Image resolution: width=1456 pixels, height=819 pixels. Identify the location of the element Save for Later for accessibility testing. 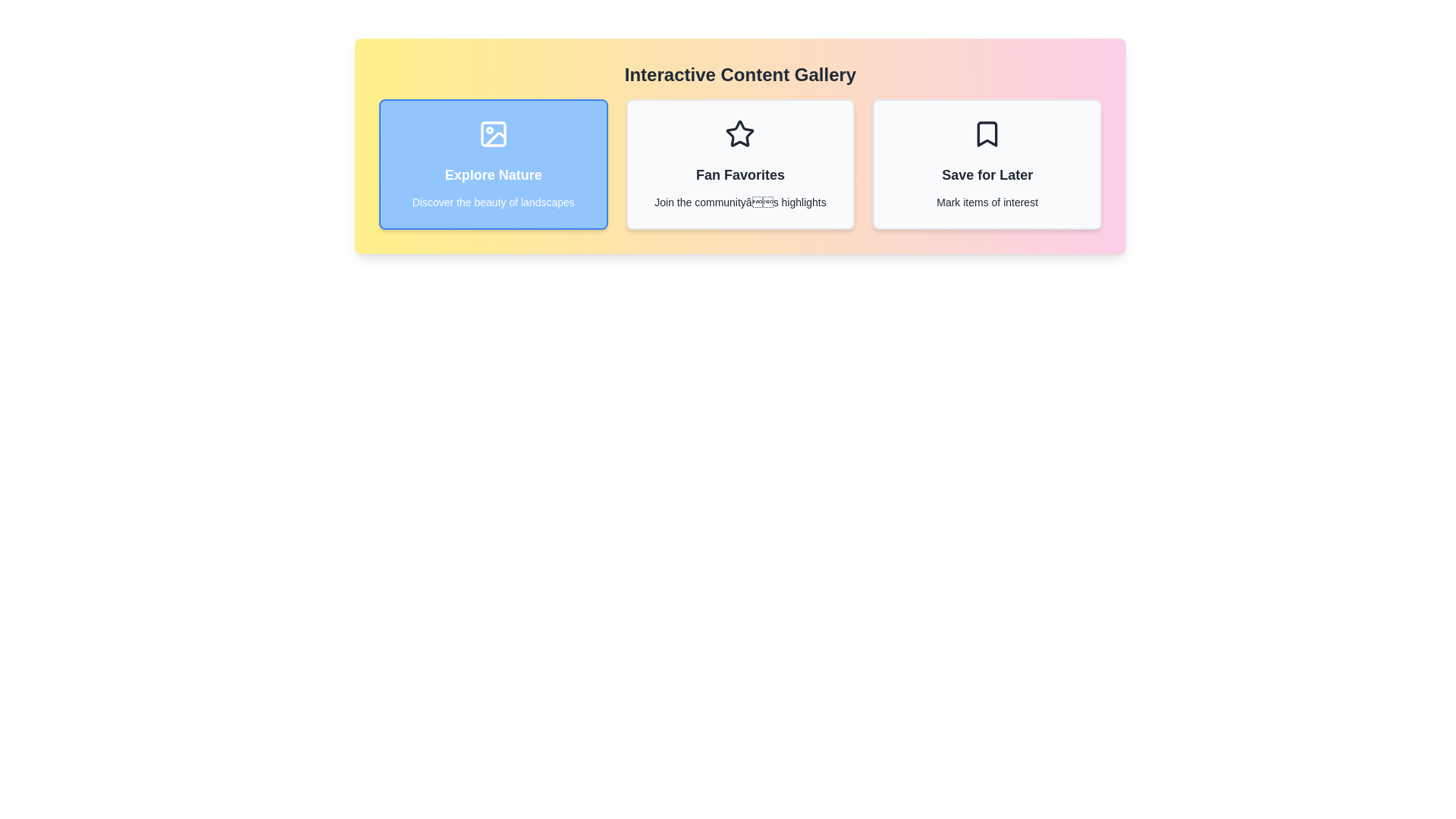
(987, 164).